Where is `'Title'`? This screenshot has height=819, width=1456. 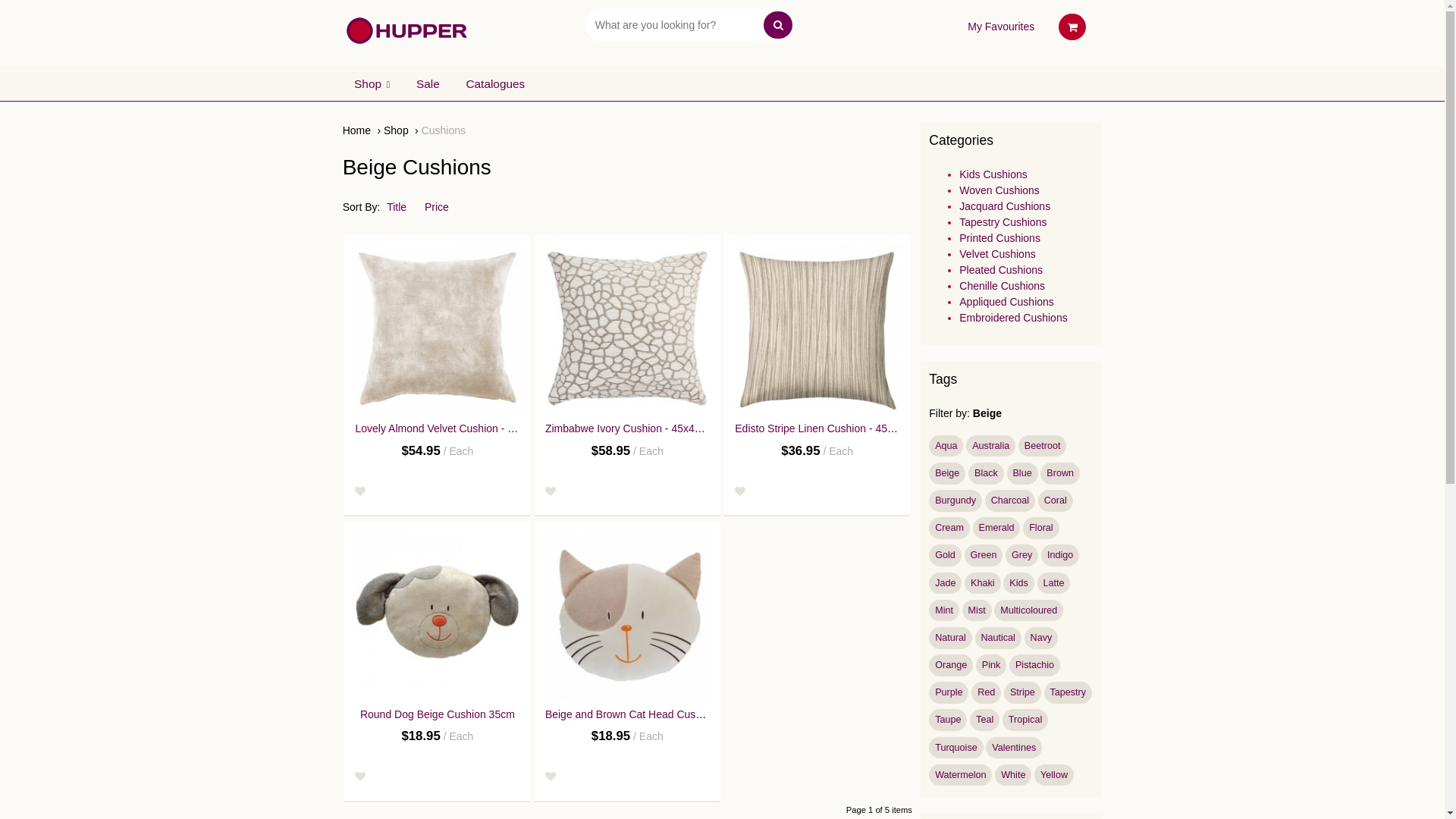
'Title' is located at coordinates (386, 207).